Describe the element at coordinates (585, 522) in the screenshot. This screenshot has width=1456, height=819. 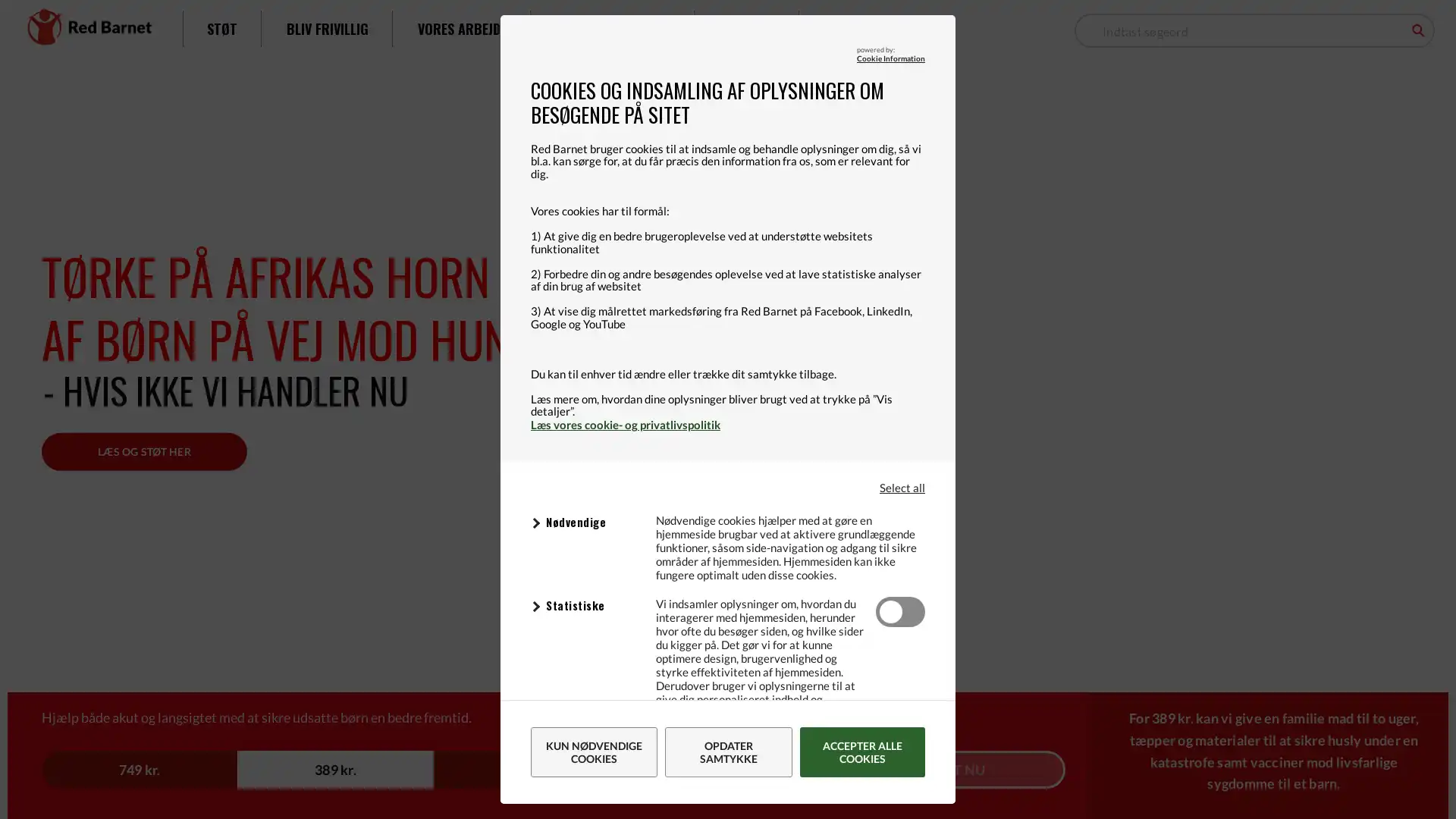
I see `Data Processor: Cloudflare Formal: Understtter websitets tekniske funktioner. Data Processor Privacy Policy: Cloudflare - Data Processor Privacy Policy Udlb: 30 minutter Navn: __cf_bm Udbyder: .vimeo.com Data Processor: Cookie Information Formal: Understtter websitets tekniske funktioner. Data Processor Privacy Policy: Cookie Information - Data Processor Privacy Policy Udlb: et ar Navn: CookieInformationConfig Udbyder: policy.app.cookieinformation.com Data Processor: Cookie Information Formal: Bruges til at dele samtykke pa tvrs af domner. Data Processor Privacy Policy: Cookie Information - Data Processor Privacy Policy Udlb: et ar Navn: CookieInformationConsent_xxx Udbyder: policy.app.cookieinformation.com` at that location.